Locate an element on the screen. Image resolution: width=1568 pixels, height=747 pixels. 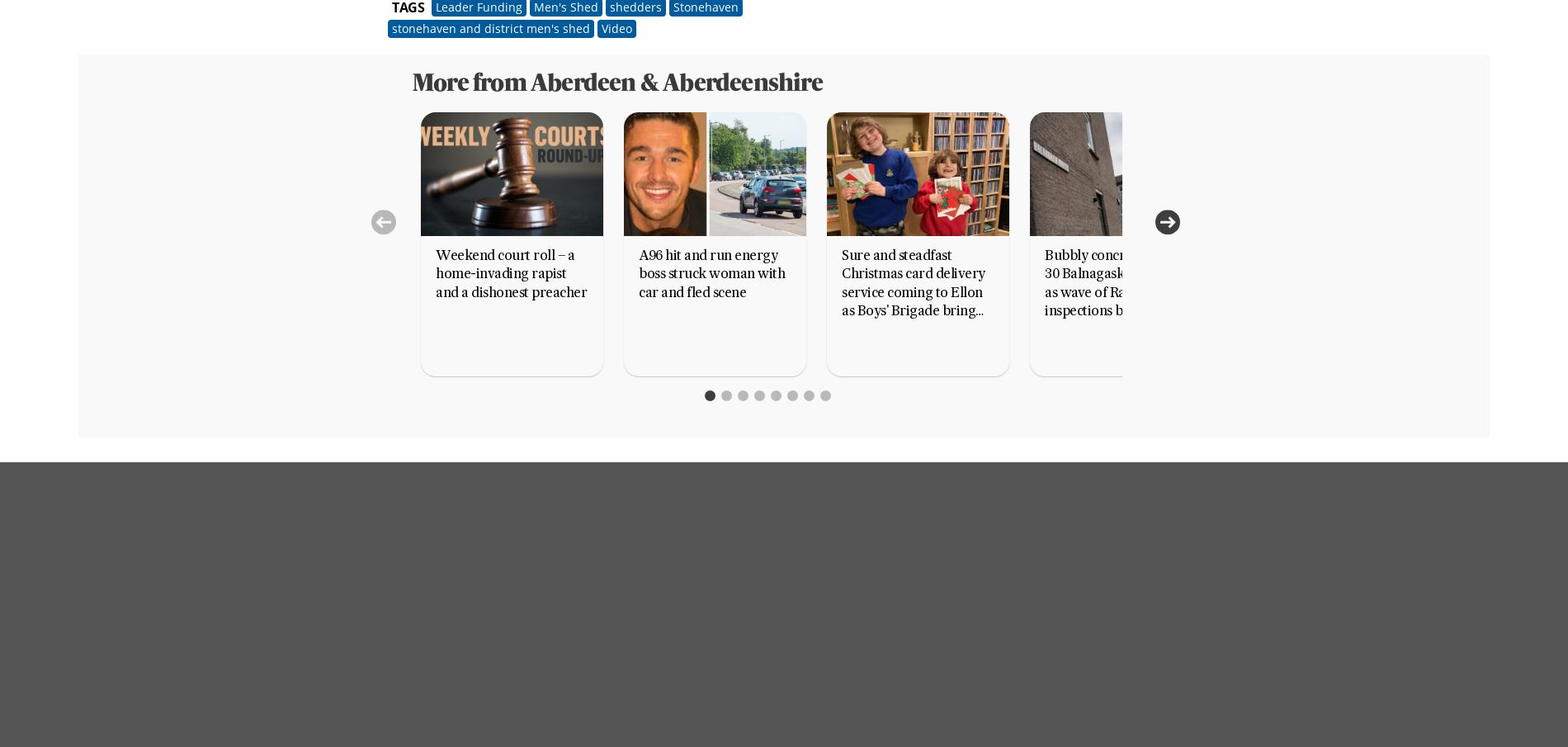
'Sure and steadfast Christmas card delivery service coming to Ellon as Boys' Brigade bring…' is located at coordinates (913, 283).